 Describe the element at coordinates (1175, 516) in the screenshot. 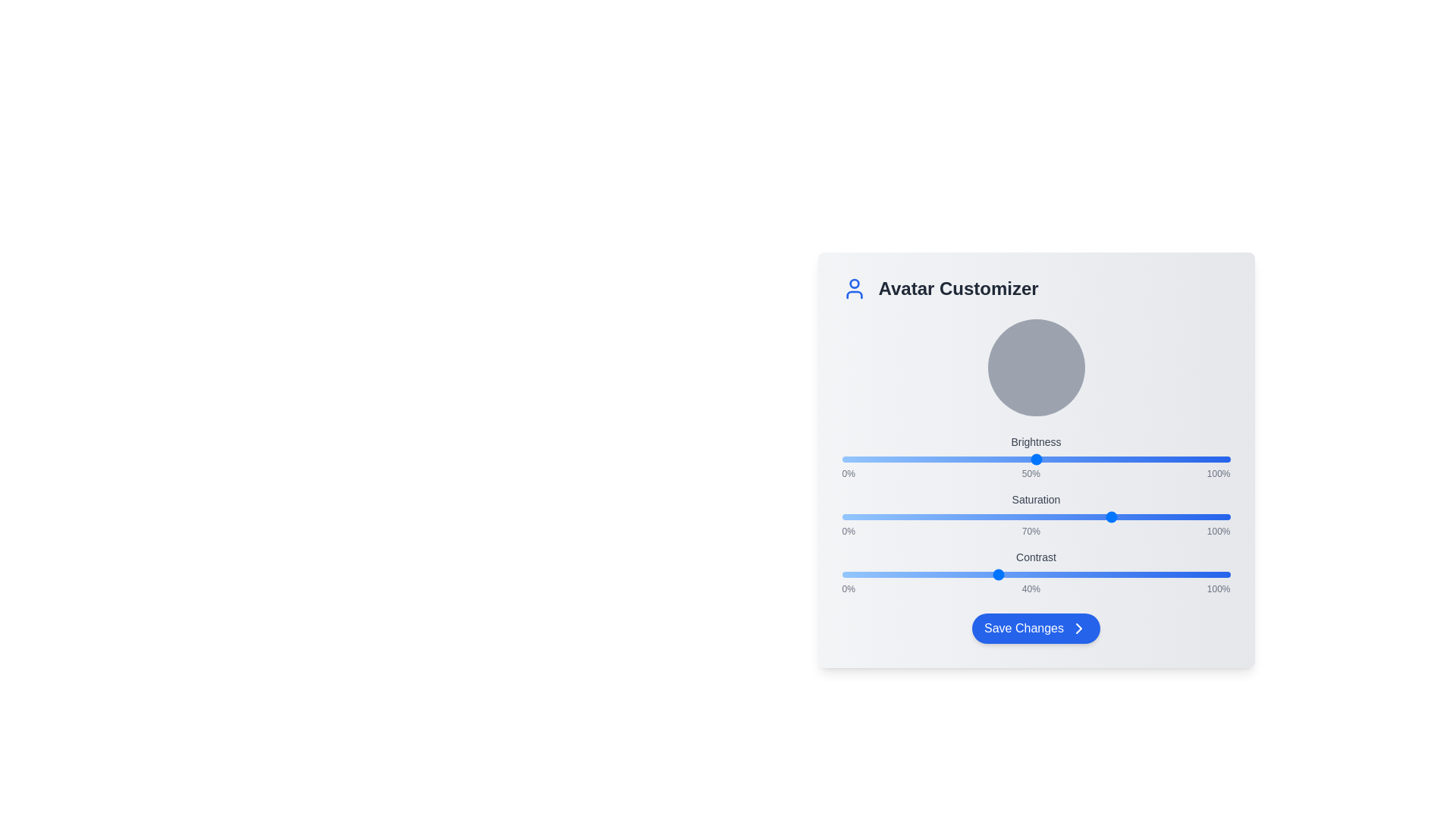

I see `the Saturation slider to 86%` at that location.